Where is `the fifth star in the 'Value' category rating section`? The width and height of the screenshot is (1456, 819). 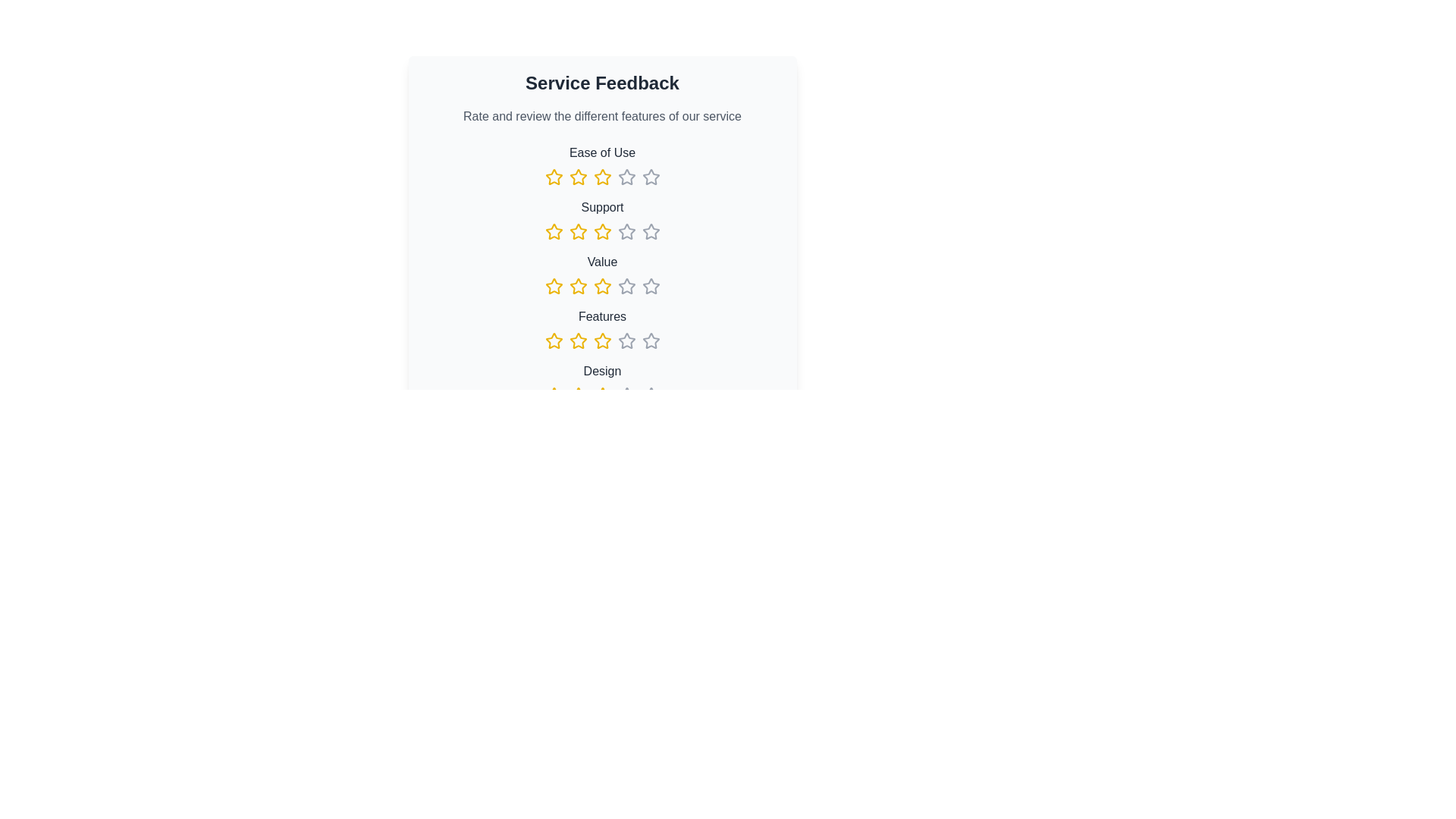
the fifth star in the 'Value' category rating section is located at coordinates (651, 287).